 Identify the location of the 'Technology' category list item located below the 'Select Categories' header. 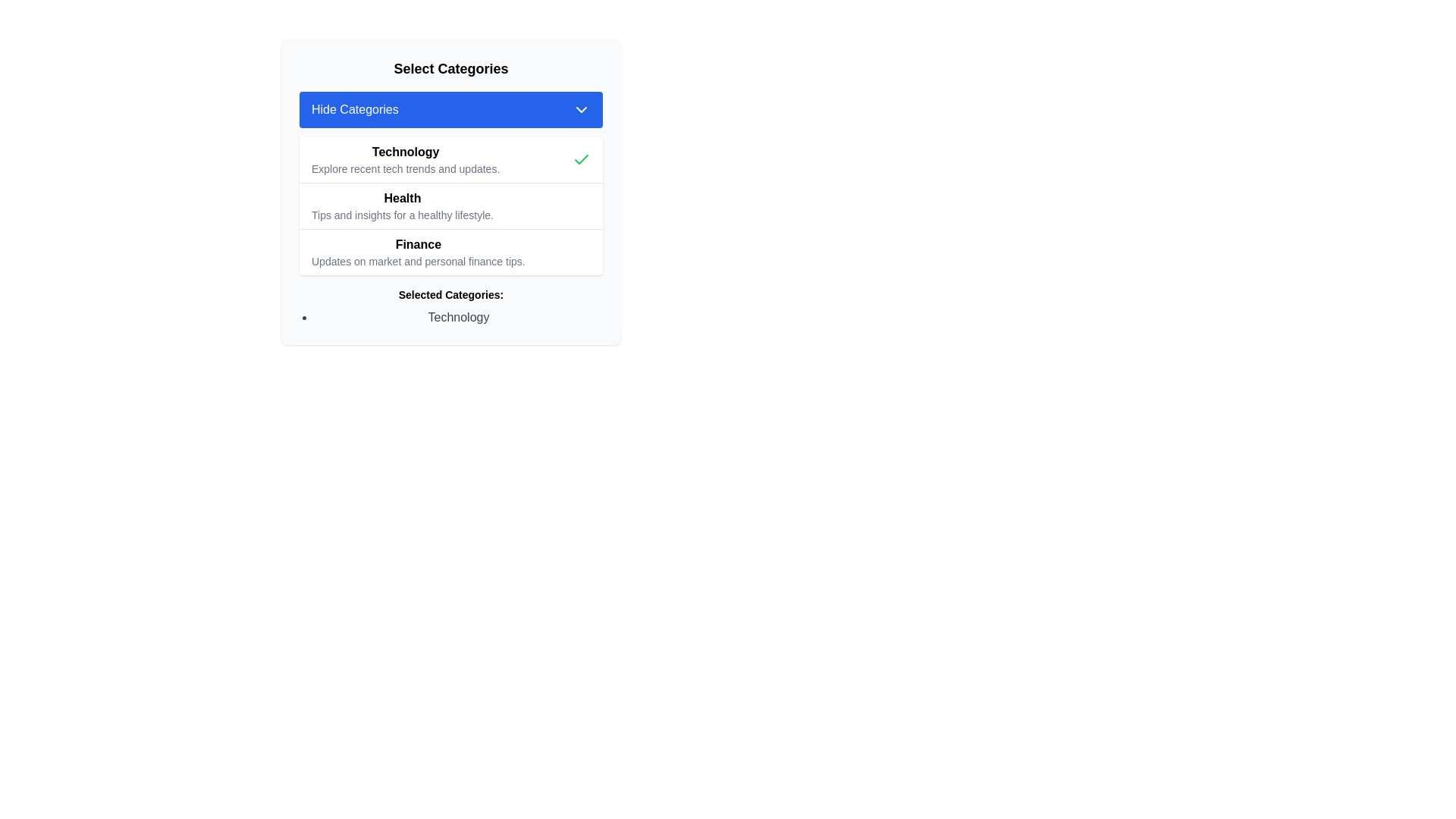
(450, 160).